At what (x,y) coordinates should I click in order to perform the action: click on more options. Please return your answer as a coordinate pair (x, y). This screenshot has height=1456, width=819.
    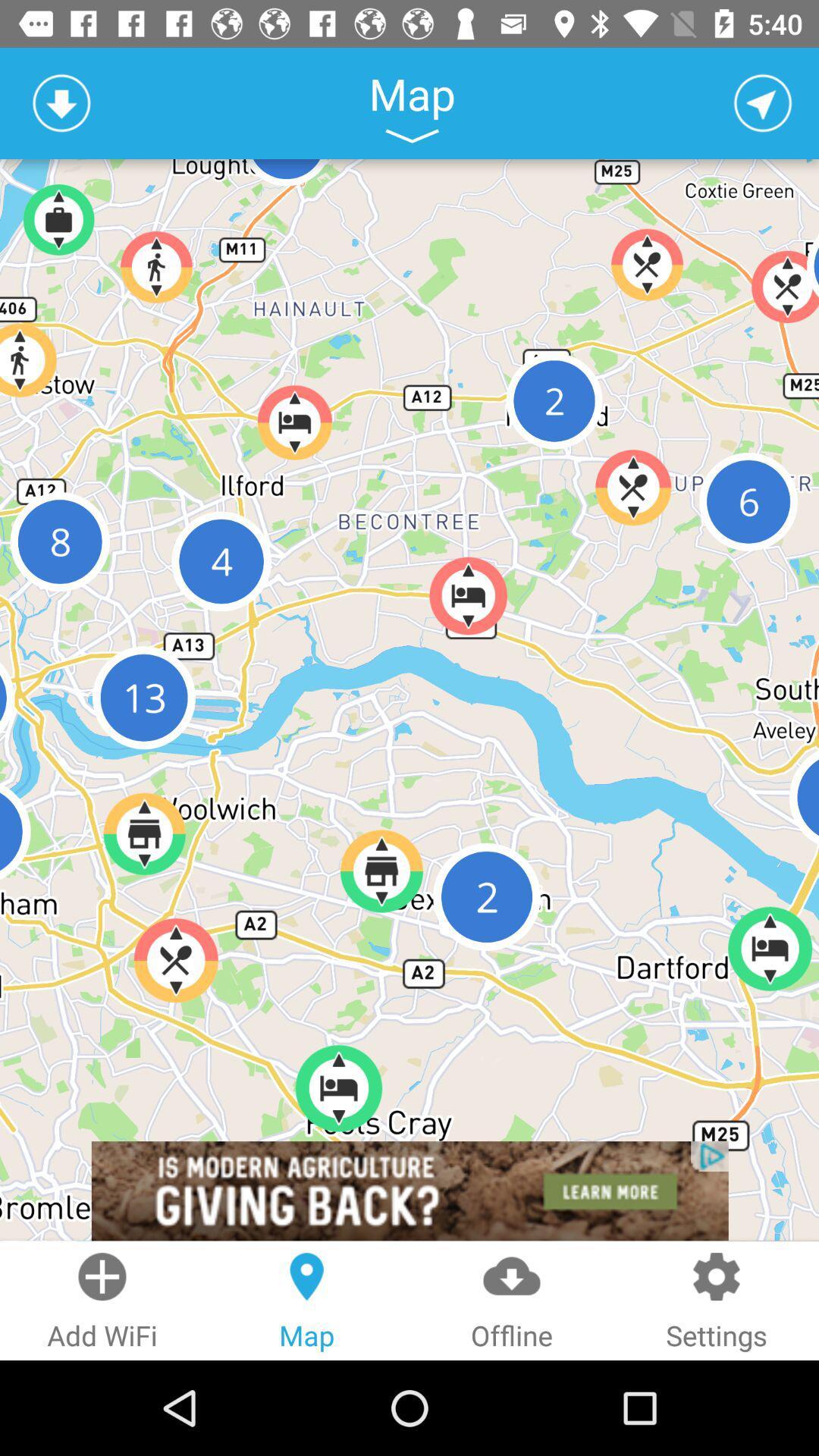
    Looking at the image, I should click on (412, 136).